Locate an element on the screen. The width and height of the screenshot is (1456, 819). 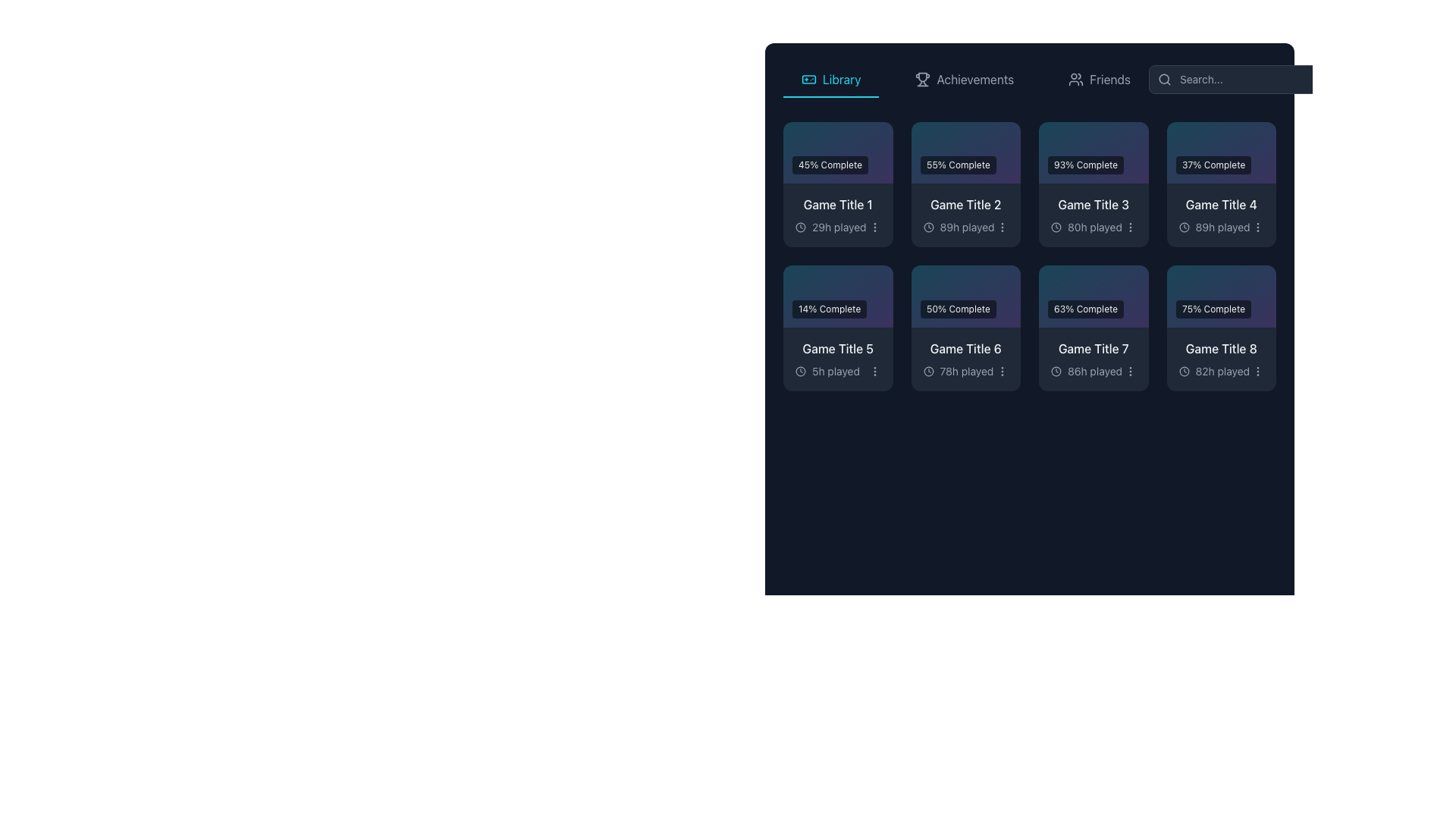
the decorative icon indicating time, which is positioned to the left of the text '89h played' within the card for 'Game Title 4' is located at coordinates (1183, 227).